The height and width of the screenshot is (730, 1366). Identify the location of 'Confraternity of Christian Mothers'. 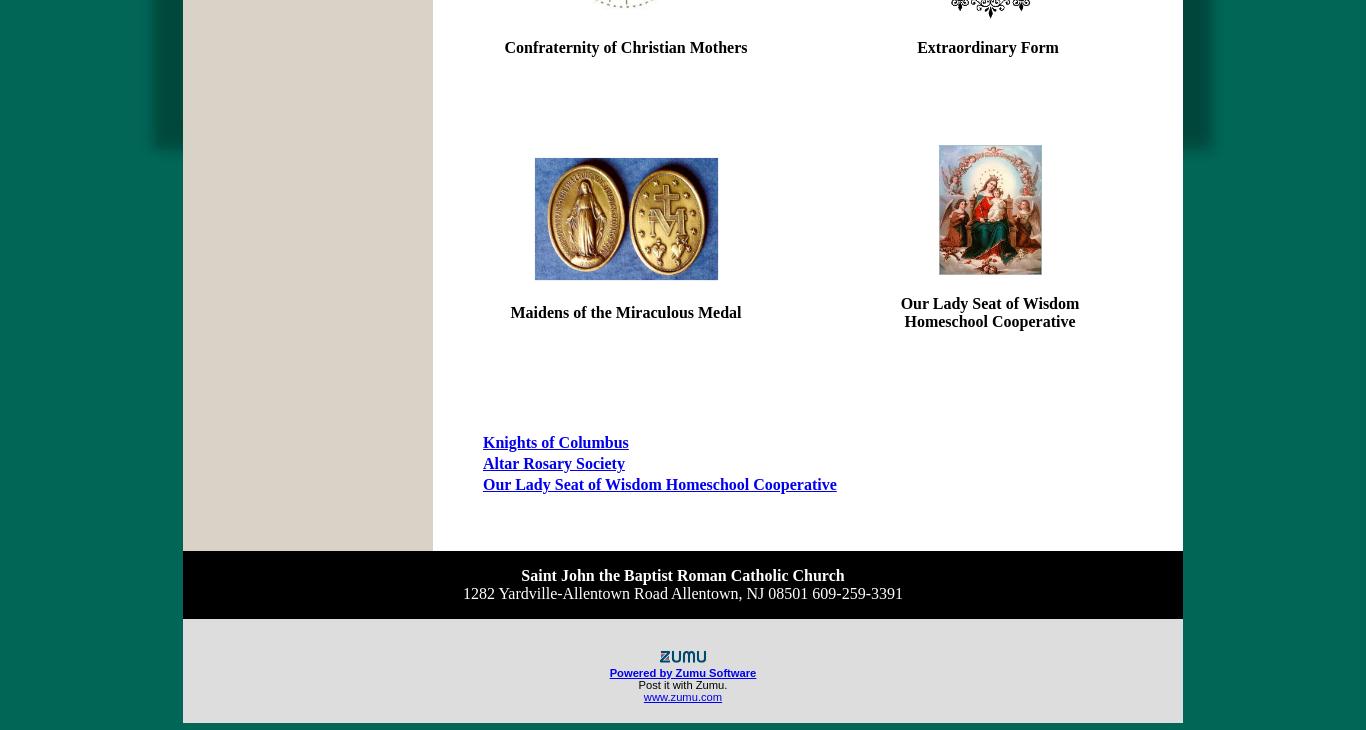
(624, 46).